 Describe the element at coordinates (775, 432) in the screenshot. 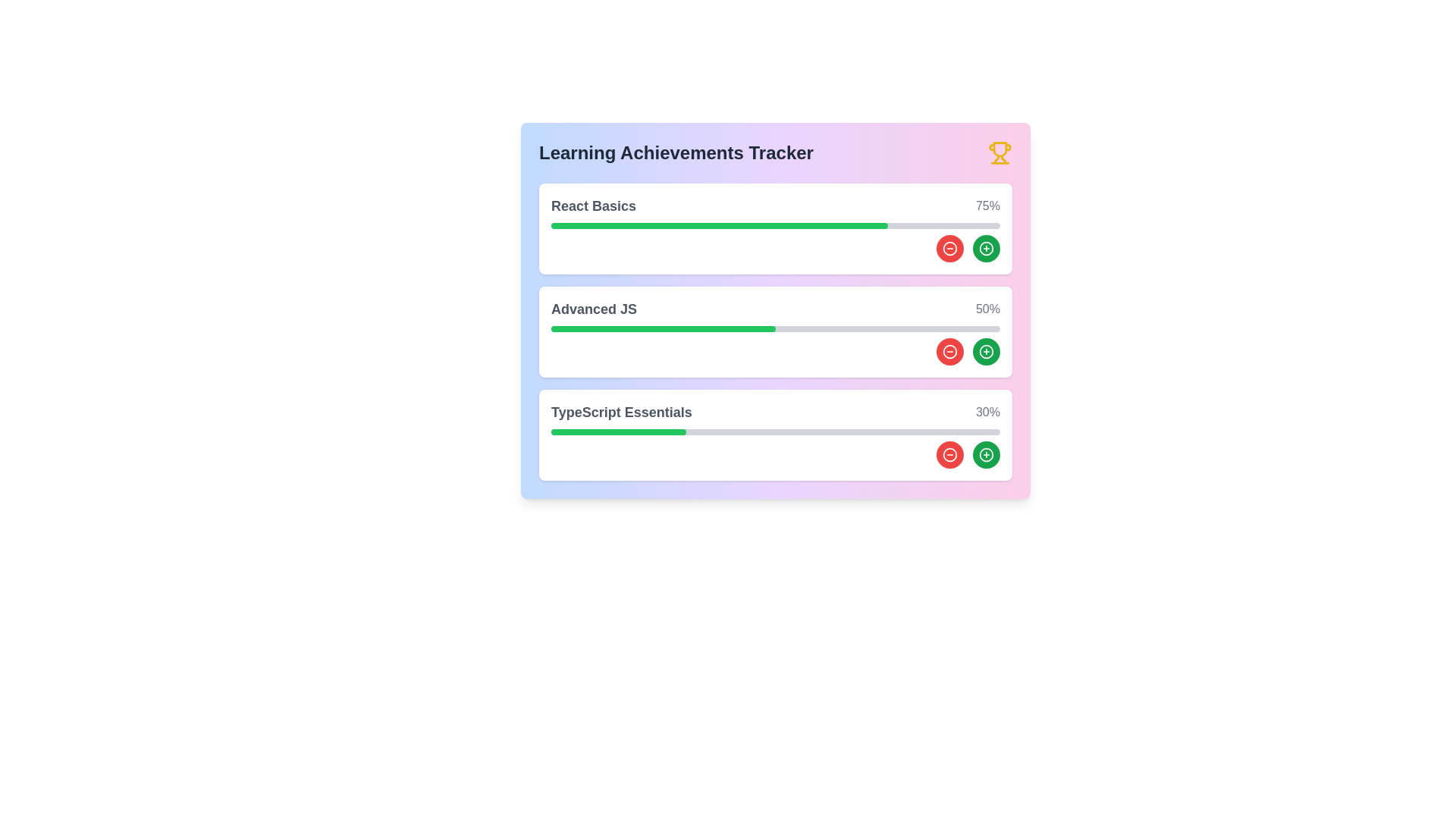

I see `the Progress Bar indicating 30% completion for the 'TypeScript Essentials' task, located beneath the 'TypeScript Essentials' heading and above the control buttons` at that location.